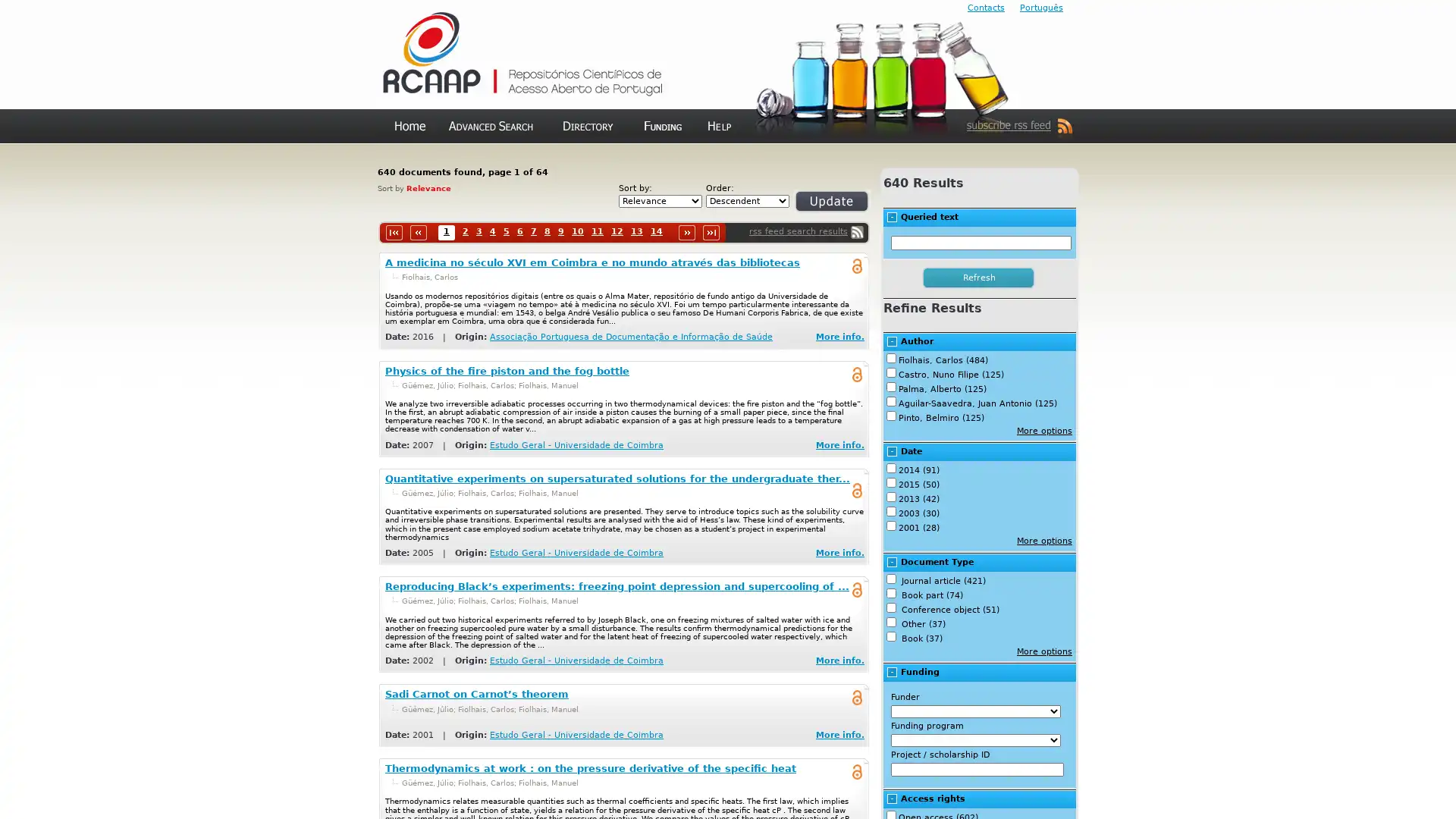  I want to click on Refresh, so click(979, 278).